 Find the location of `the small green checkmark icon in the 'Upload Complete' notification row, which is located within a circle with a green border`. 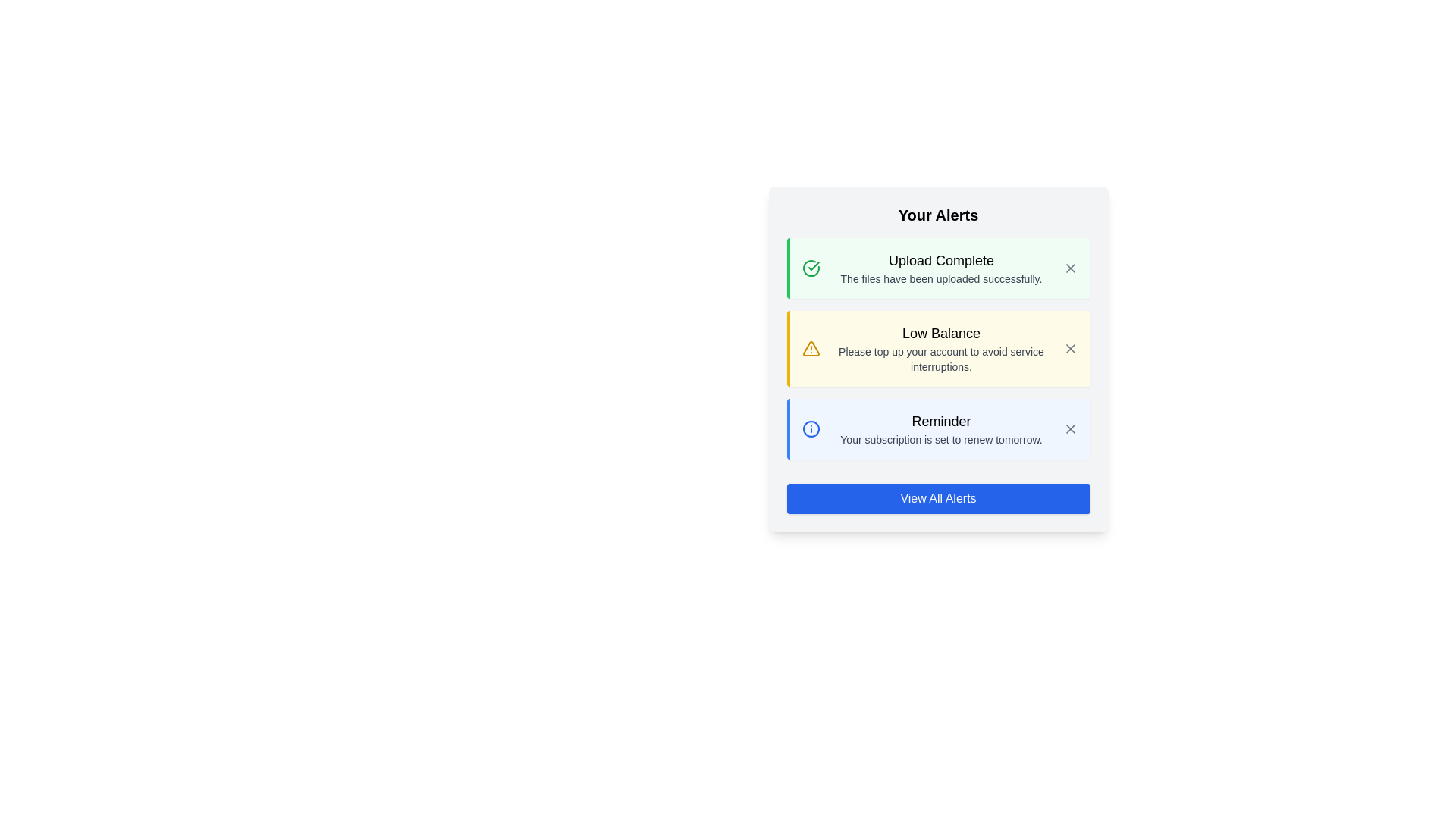

the small green checkmark icon in the 'Upload Complete' notification row, which is located within a circle with a green border is located at coordinates (813, 265).